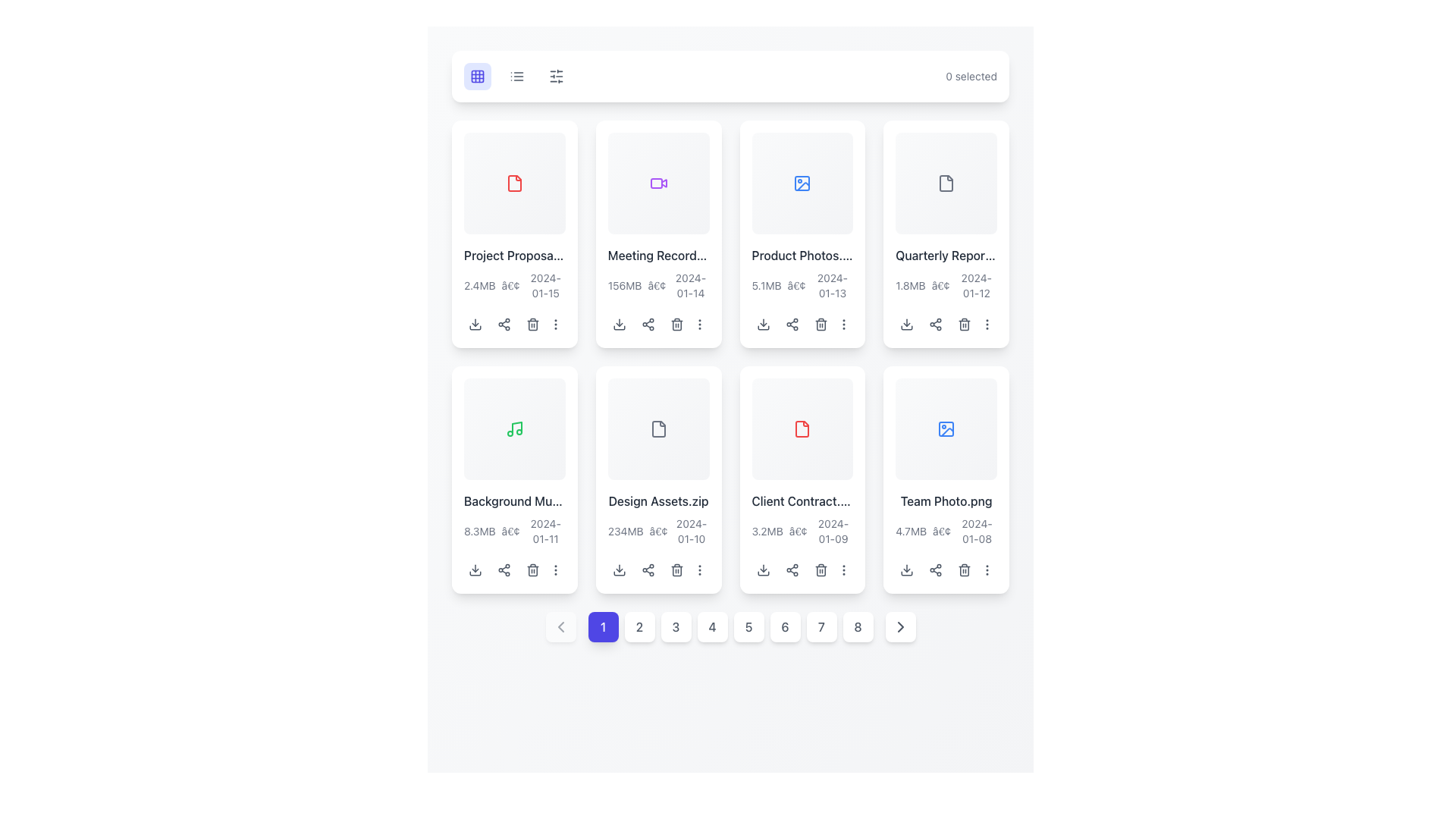 This screenshot has width=1456, height=819. Describe the element at coordinates (802, 428) in the screenshot. I see `the file icon representing 'Client Contract.pdf', located on the card in the second row, fourth column of the grid layout` at that location.